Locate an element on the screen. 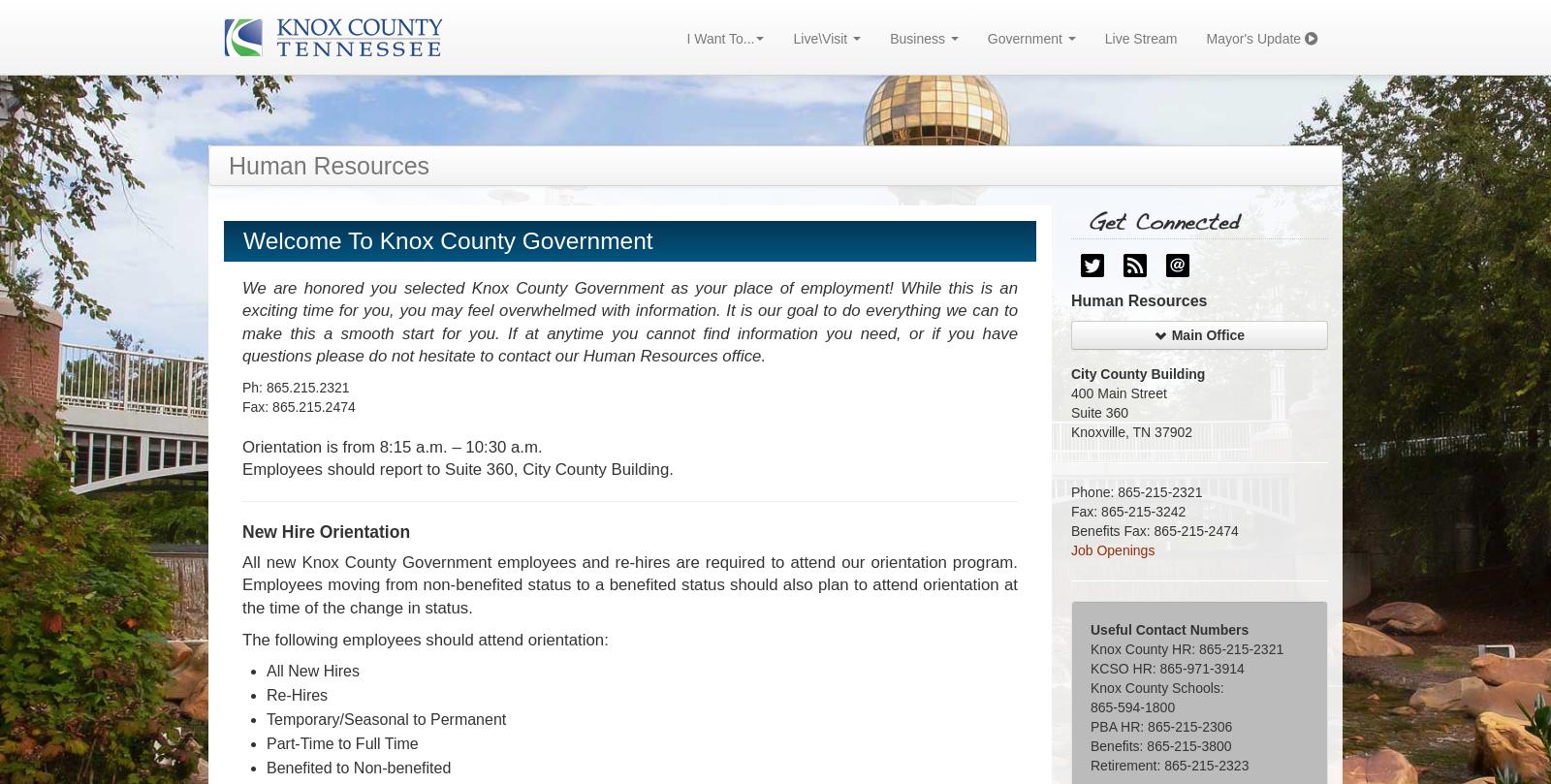 The height and width of the screenshot is (784, 1551). '400 Main Street' is located at coordinates (1118, 392).